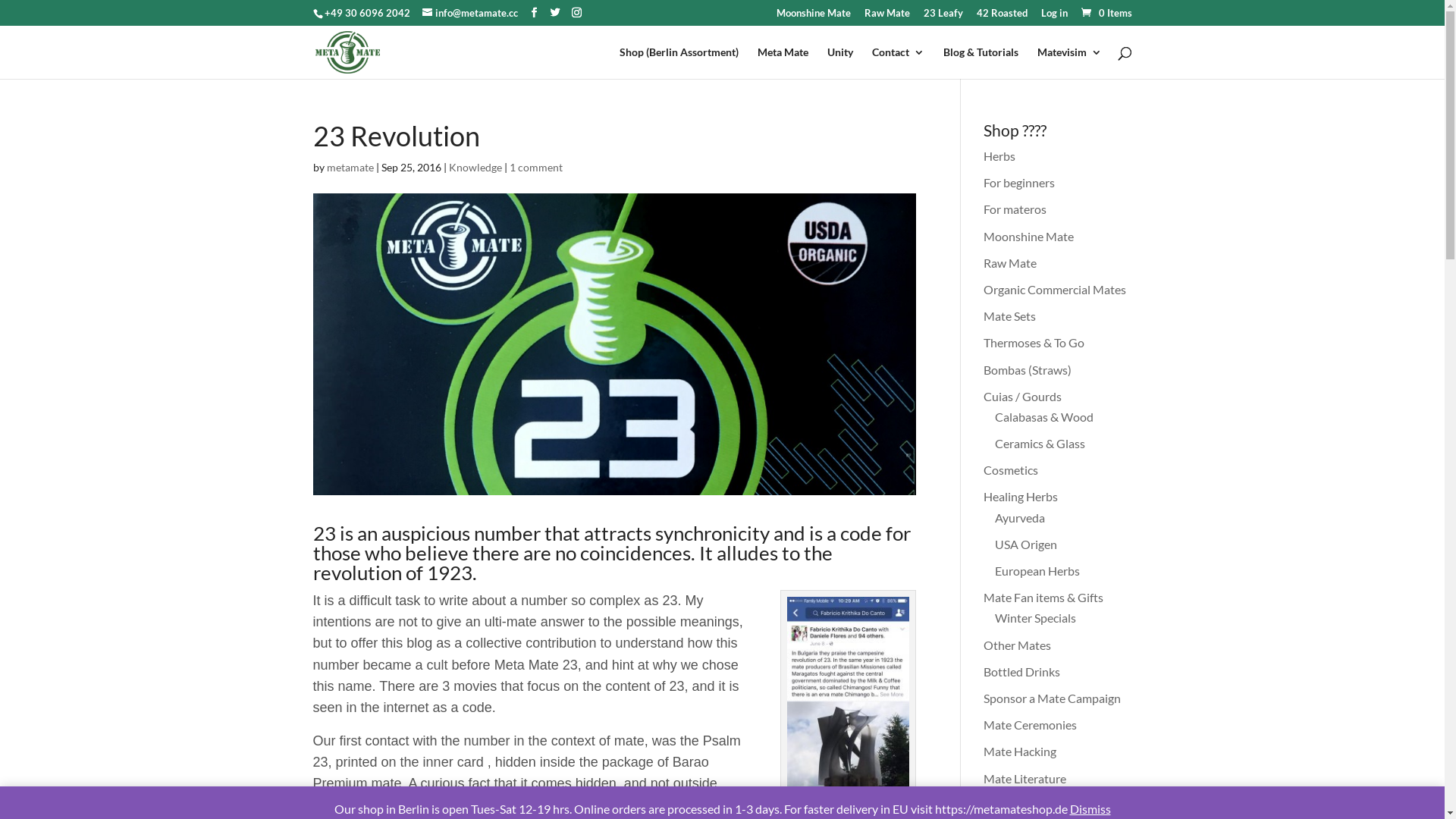 The height and width of the screenshot is (819, 1456). What do you see at coordinates (1015, 209) in the screenshot?
I see `'For materos'` at bounding box center [1015, 209].